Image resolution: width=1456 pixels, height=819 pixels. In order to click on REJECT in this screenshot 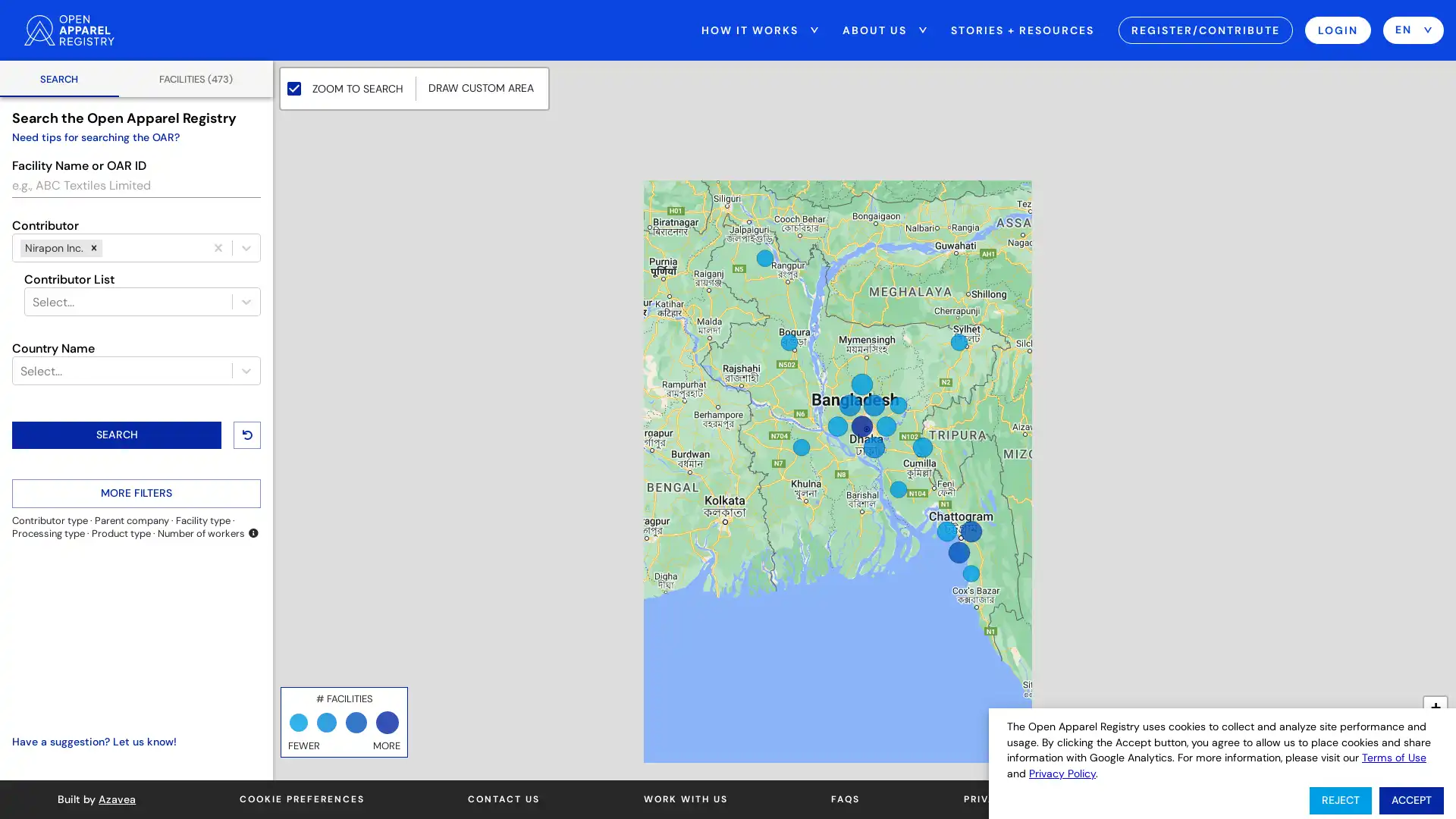, I will do `click(1340, 800)`.